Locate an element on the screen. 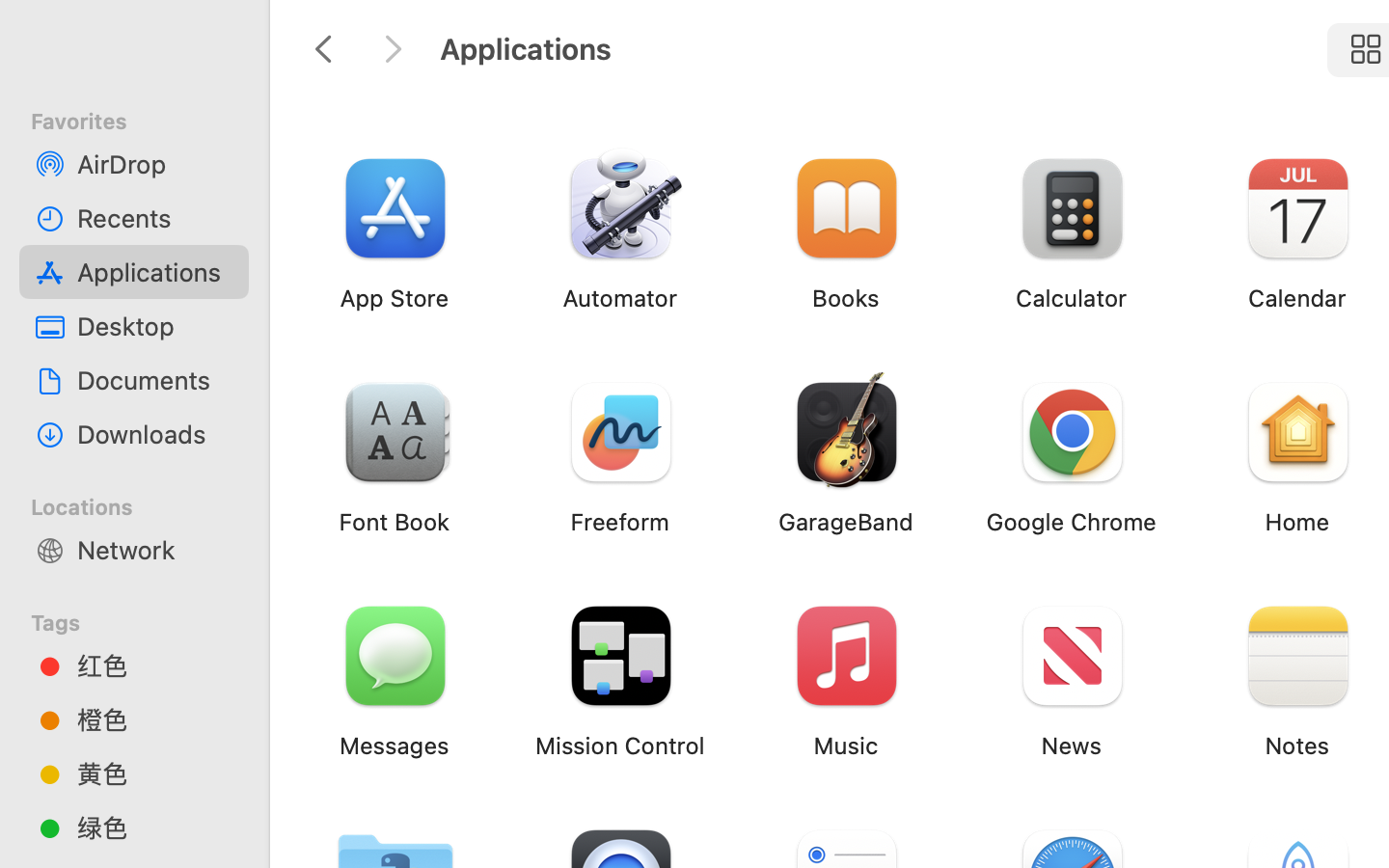 The width and height of the screenshot is (1389, 868). '绿色' is located at coordinates (153, 827).